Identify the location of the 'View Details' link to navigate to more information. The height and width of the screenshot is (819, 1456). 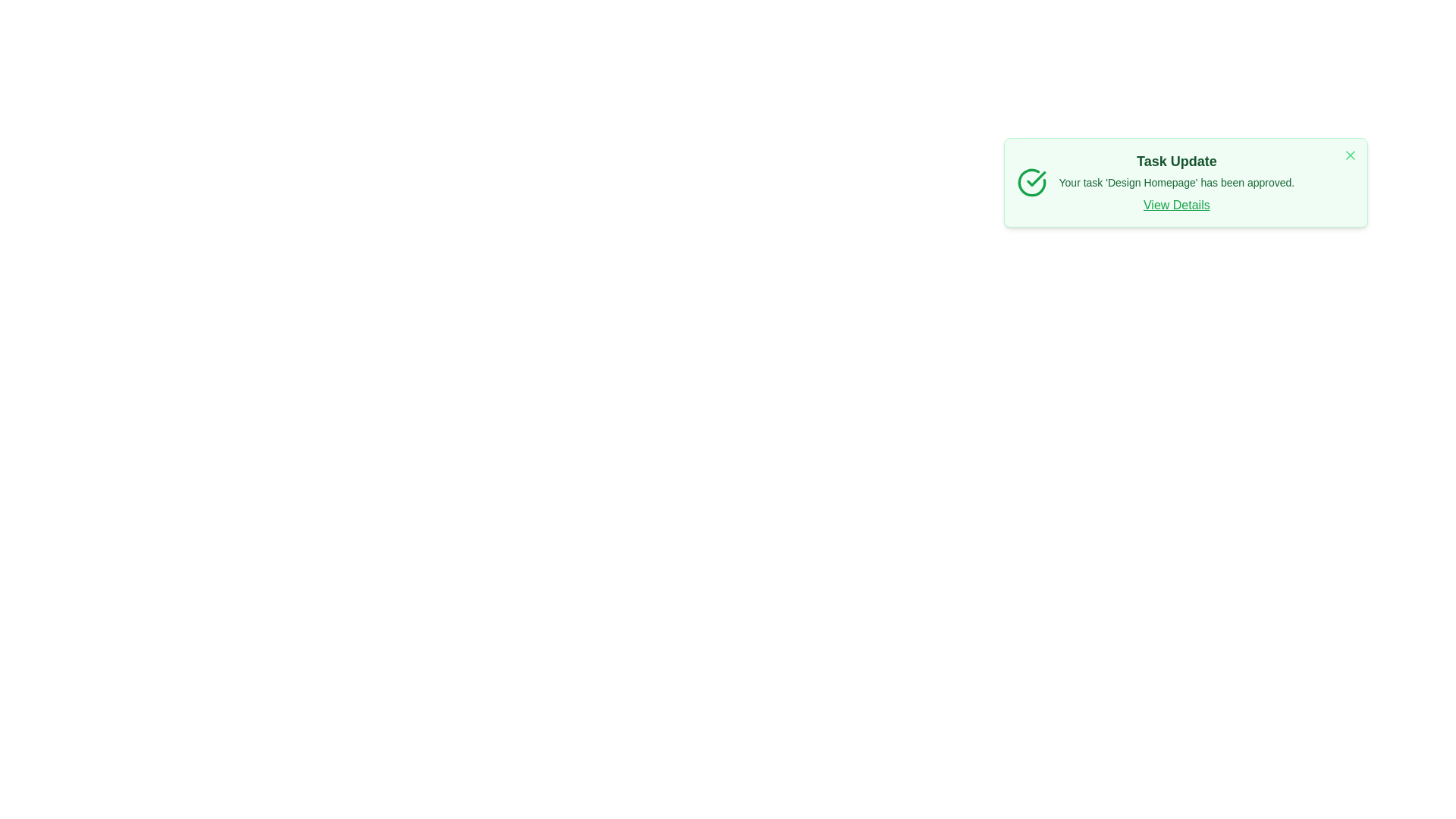
(1175, 205).